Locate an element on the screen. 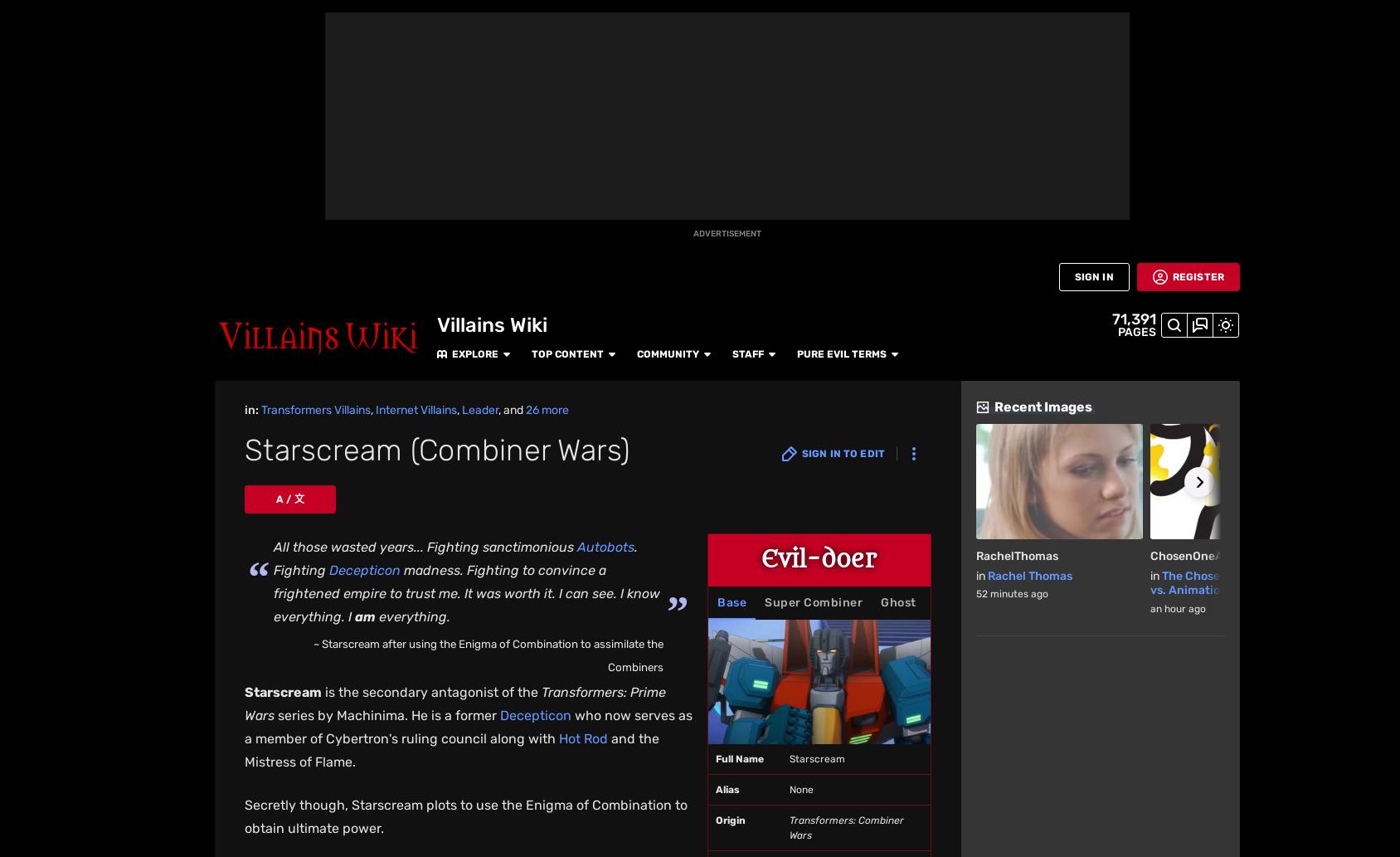 This screenshot has width=1400, height=857. 'Charismatic' is located at coordinates (457, 752).